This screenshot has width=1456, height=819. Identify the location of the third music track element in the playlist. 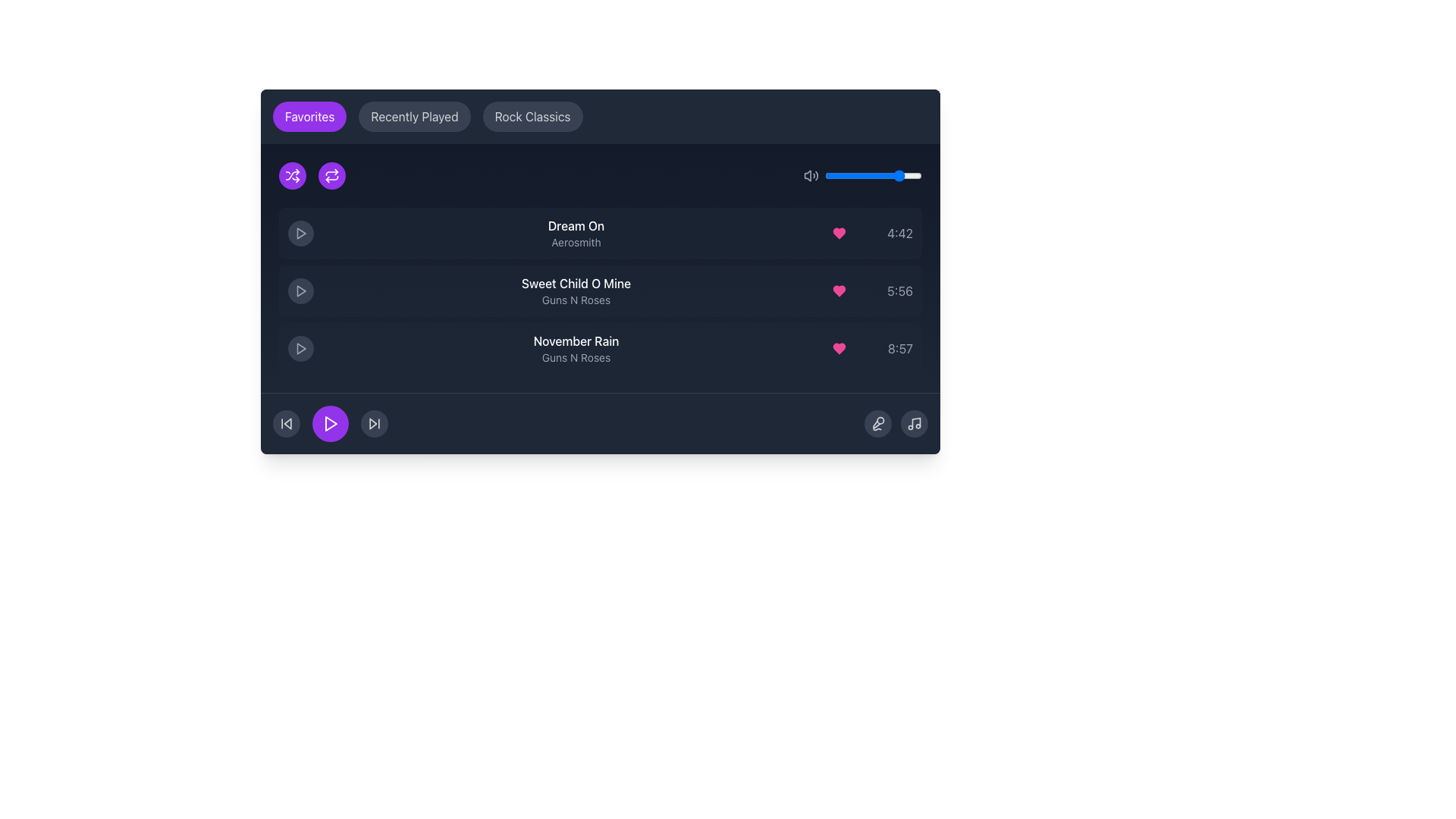
(600, 348).